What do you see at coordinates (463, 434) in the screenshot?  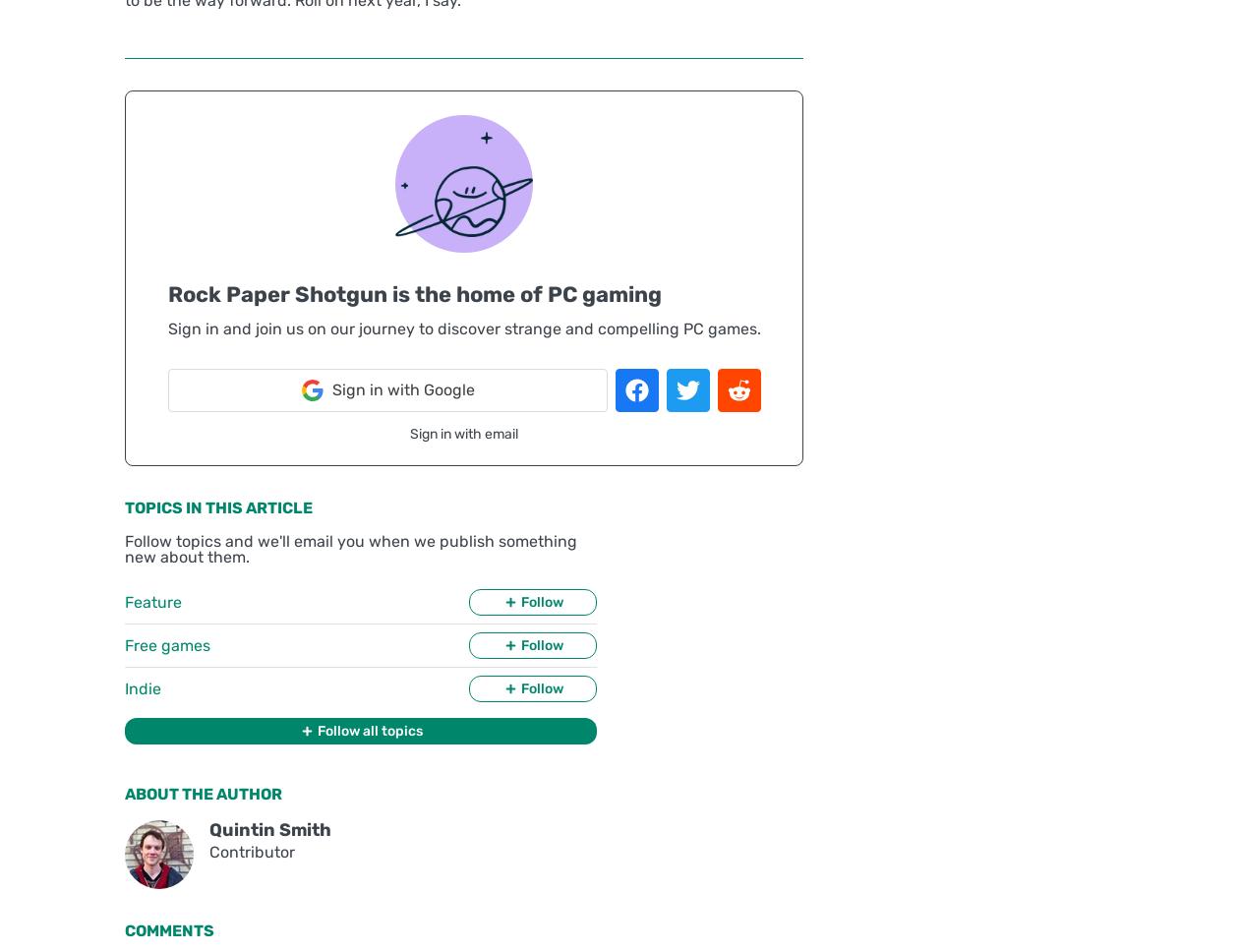 I see `'Sign in with email'` at bounding box center [463, 434].